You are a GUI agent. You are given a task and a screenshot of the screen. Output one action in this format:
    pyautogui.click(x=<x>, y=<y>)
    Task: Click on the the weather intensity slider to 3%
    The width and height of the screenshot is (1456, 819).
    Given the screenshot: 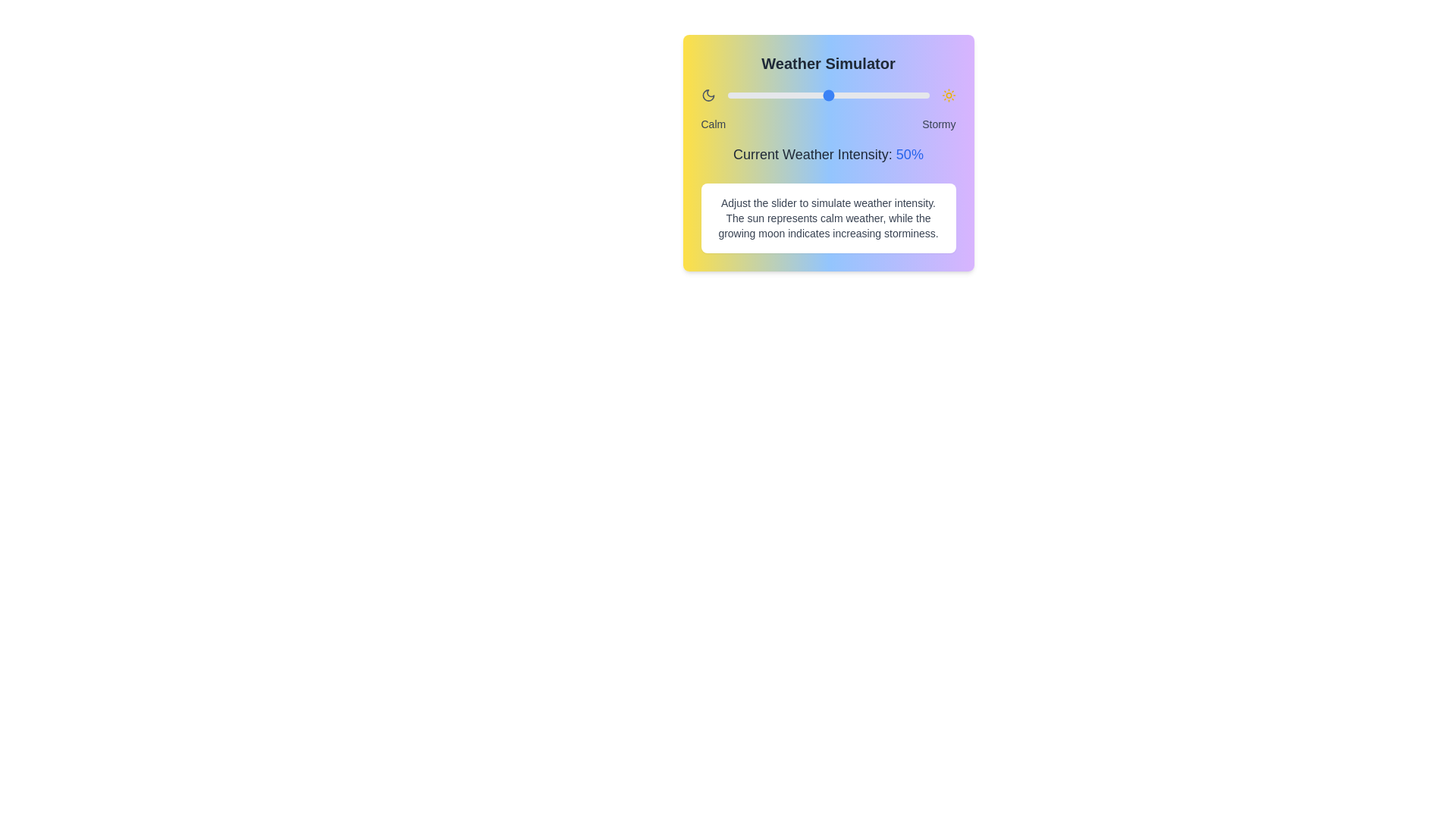 What is the action you would take?
    pyautogui.click(x=733, y=96)
    